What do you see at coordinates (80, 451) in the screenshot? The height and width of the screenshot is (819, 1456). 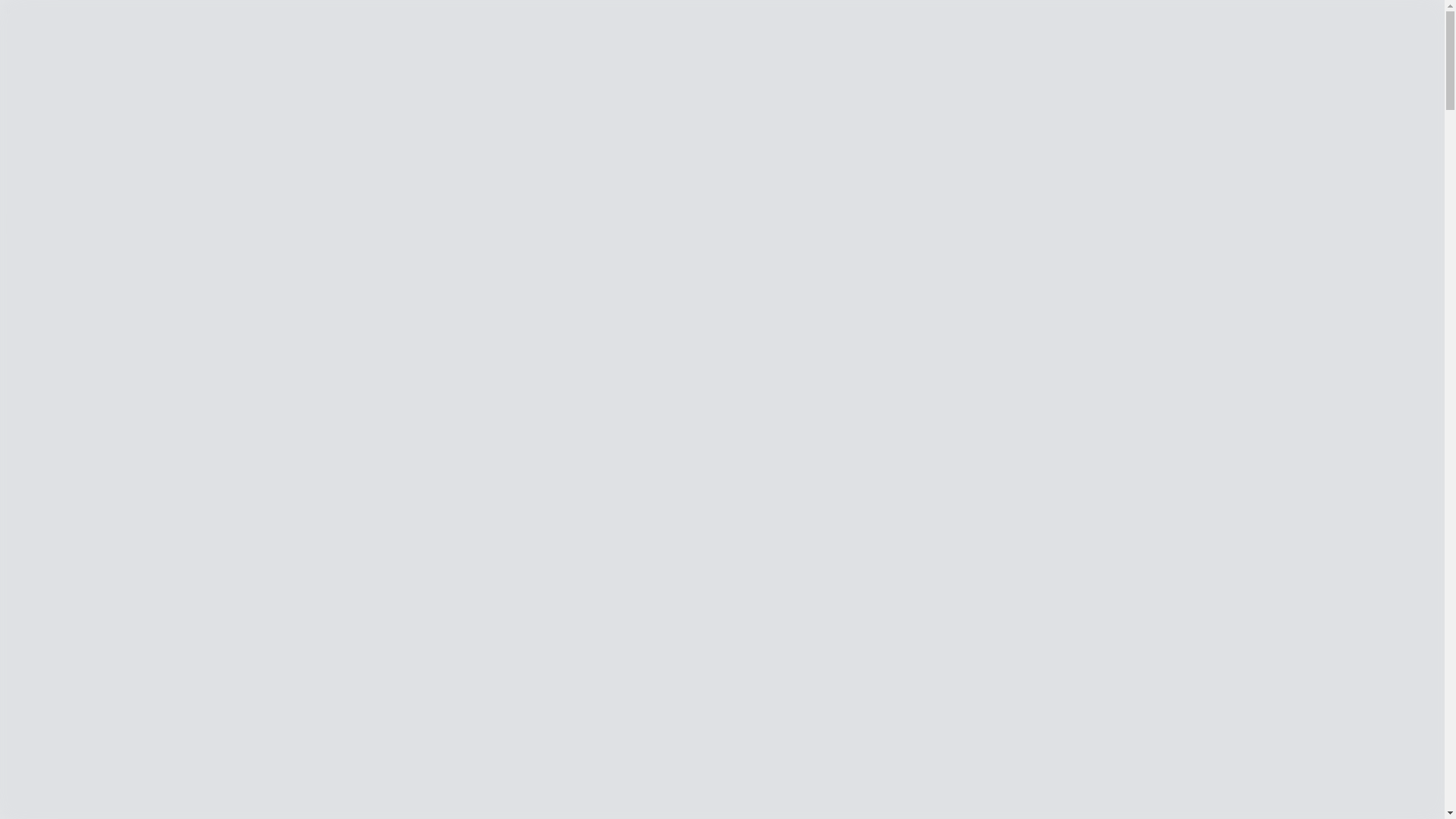 I see `'Drink'` at bounding box center [80, 451].